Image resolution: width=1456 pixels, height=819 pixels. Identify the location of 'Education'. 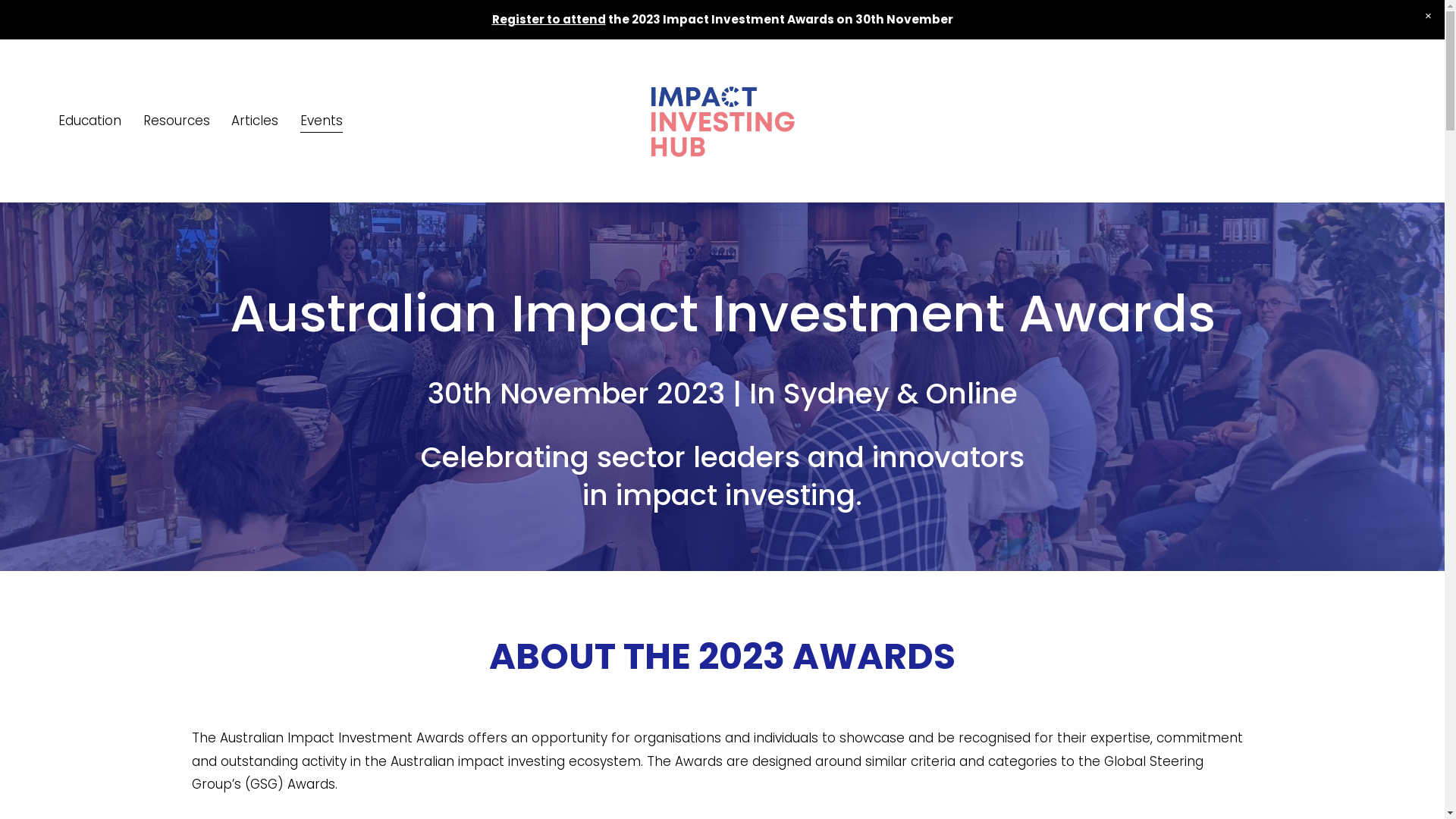
(89, 120).